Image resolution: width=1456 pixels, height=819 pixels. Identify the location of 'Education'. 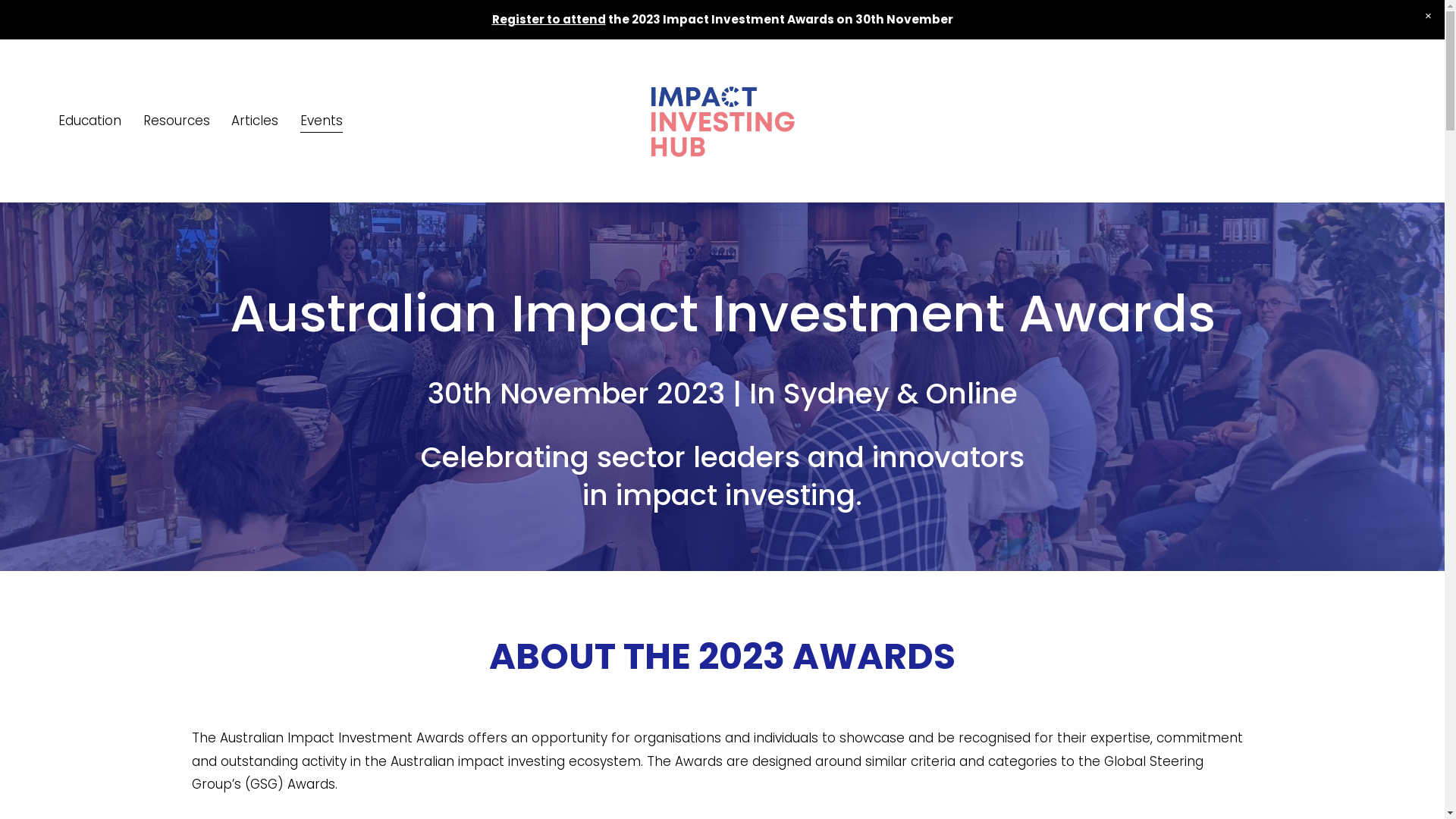
(89, 120).